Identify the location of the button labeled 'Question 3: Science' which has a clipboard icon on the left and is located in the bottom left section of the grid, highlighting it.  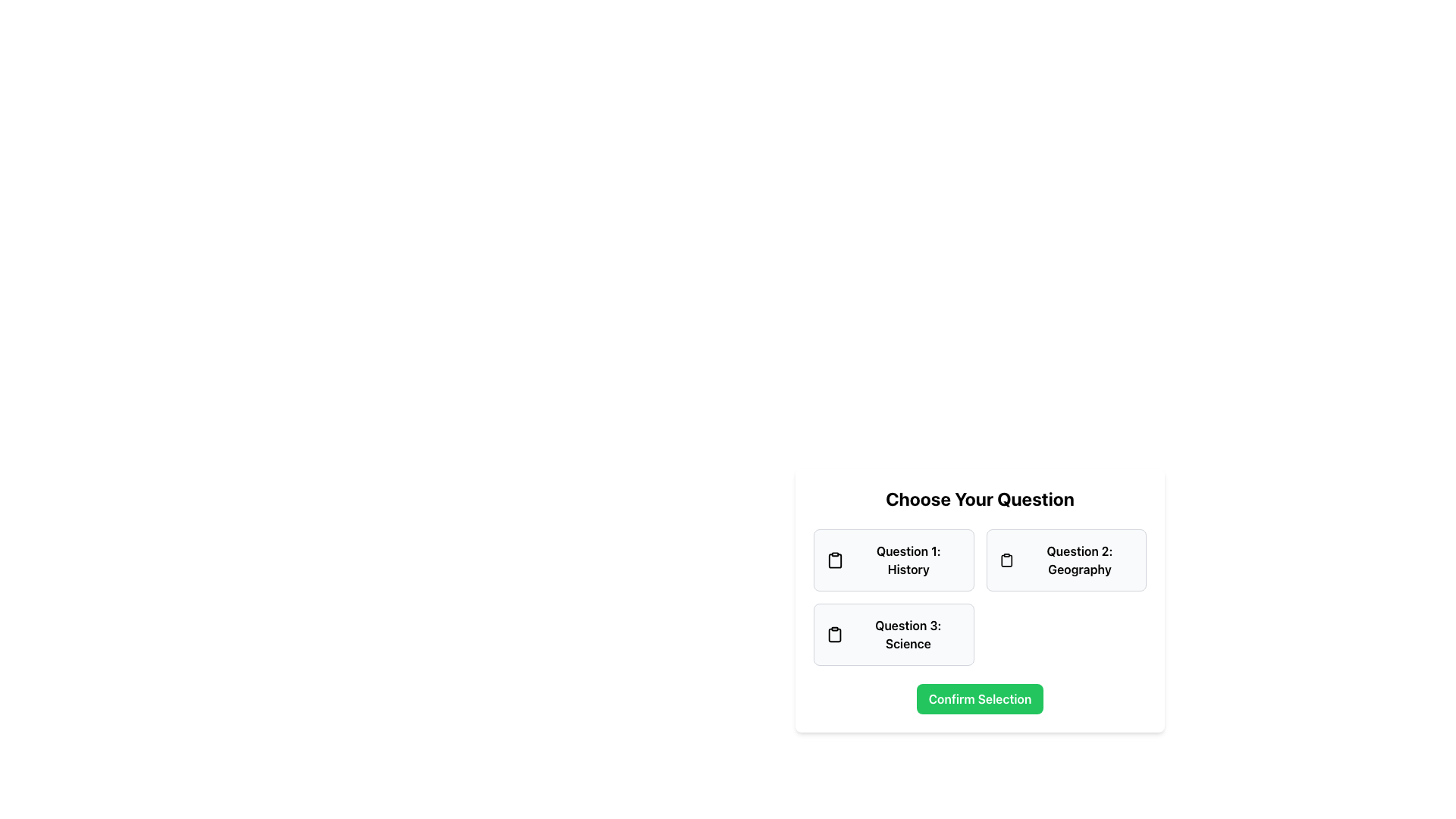
(893, 635).